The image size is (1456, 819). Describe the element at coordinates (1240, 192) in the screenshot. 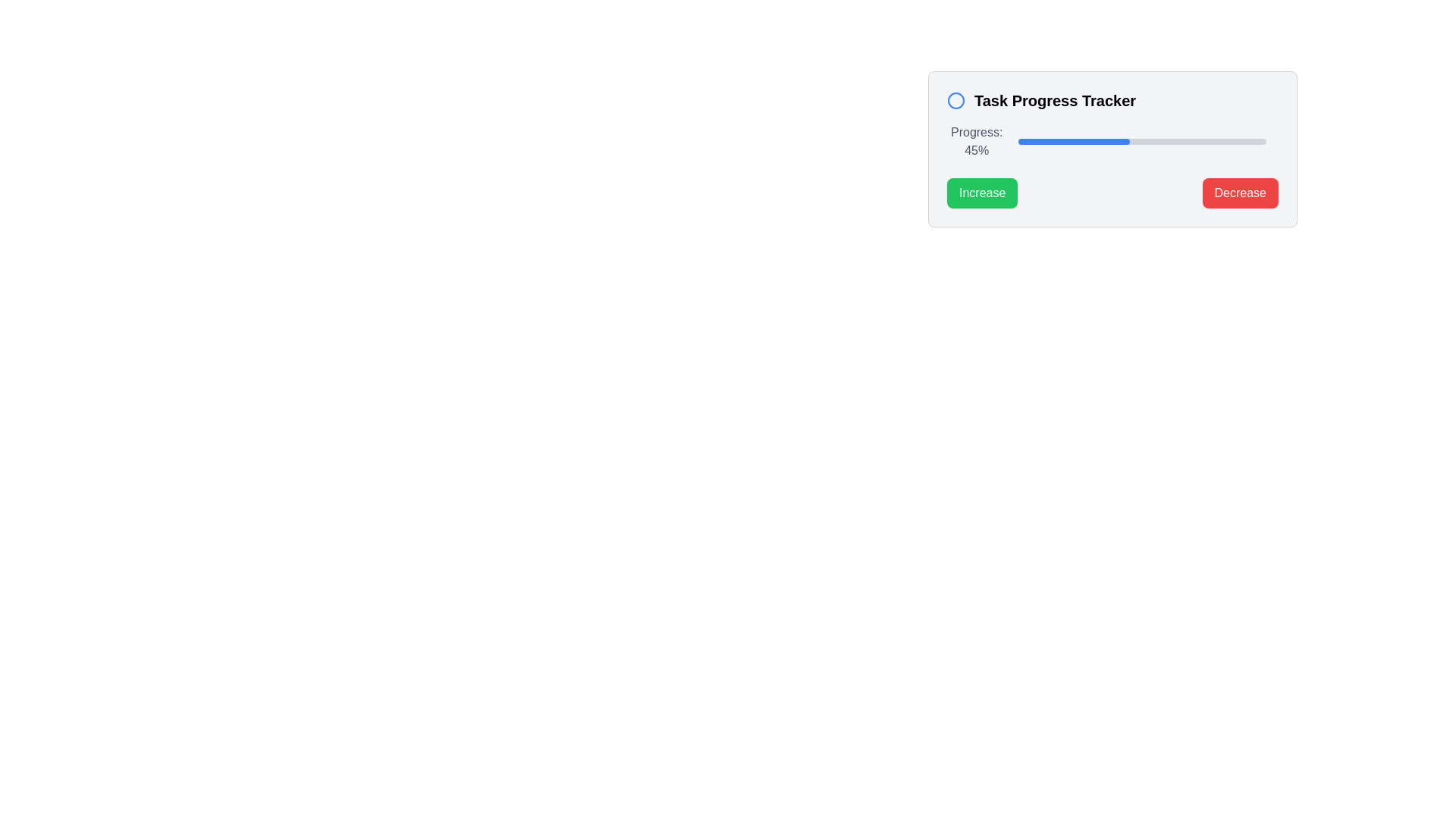

I see `the decrease button located to the right of the increase button in the task progress tracker system to observe the hover effect` at that location.